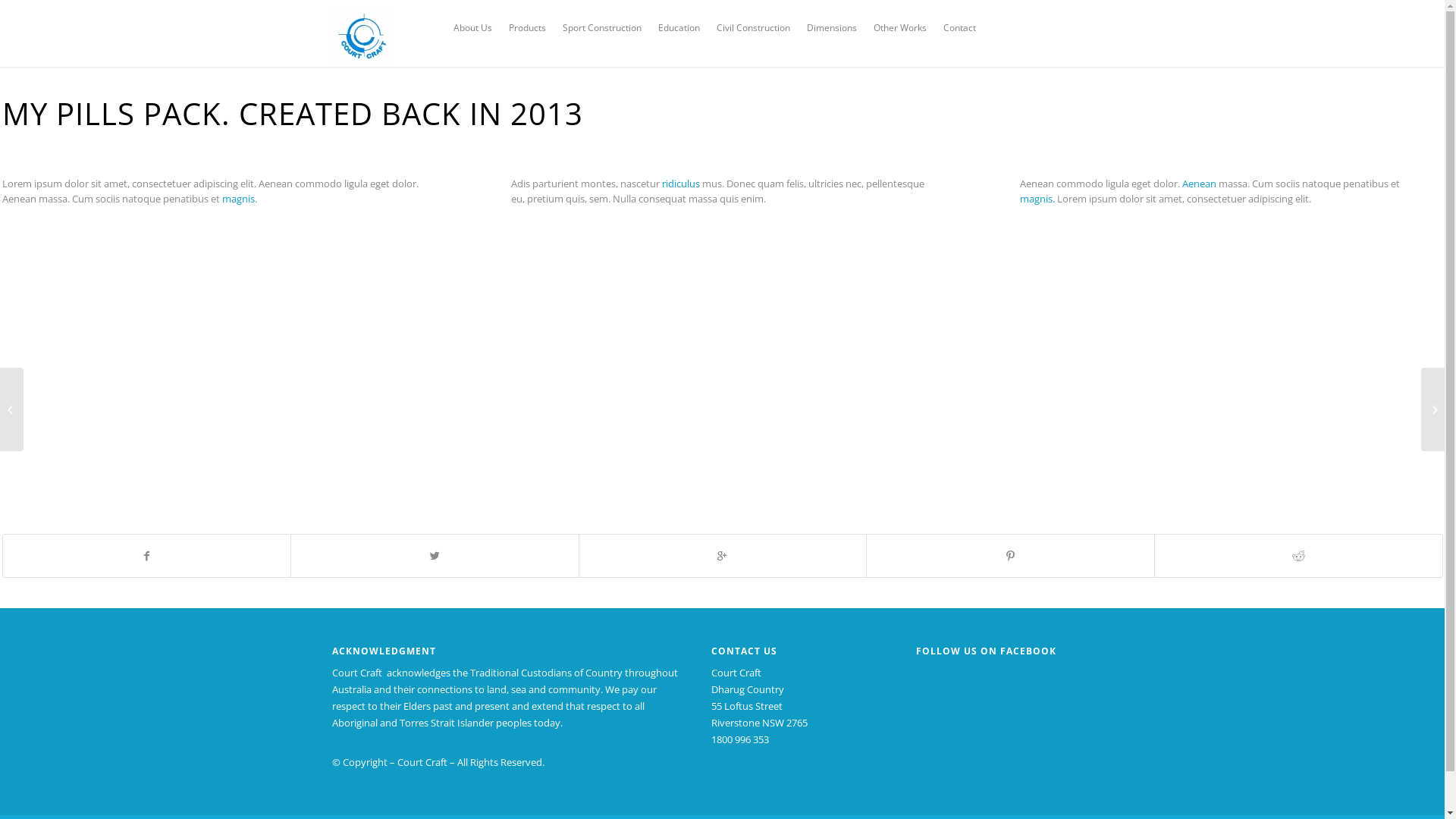  What do you see at coordinates (959, 28) in the screenshot?
I see `'Contact'` at bounding box center [959, 28].